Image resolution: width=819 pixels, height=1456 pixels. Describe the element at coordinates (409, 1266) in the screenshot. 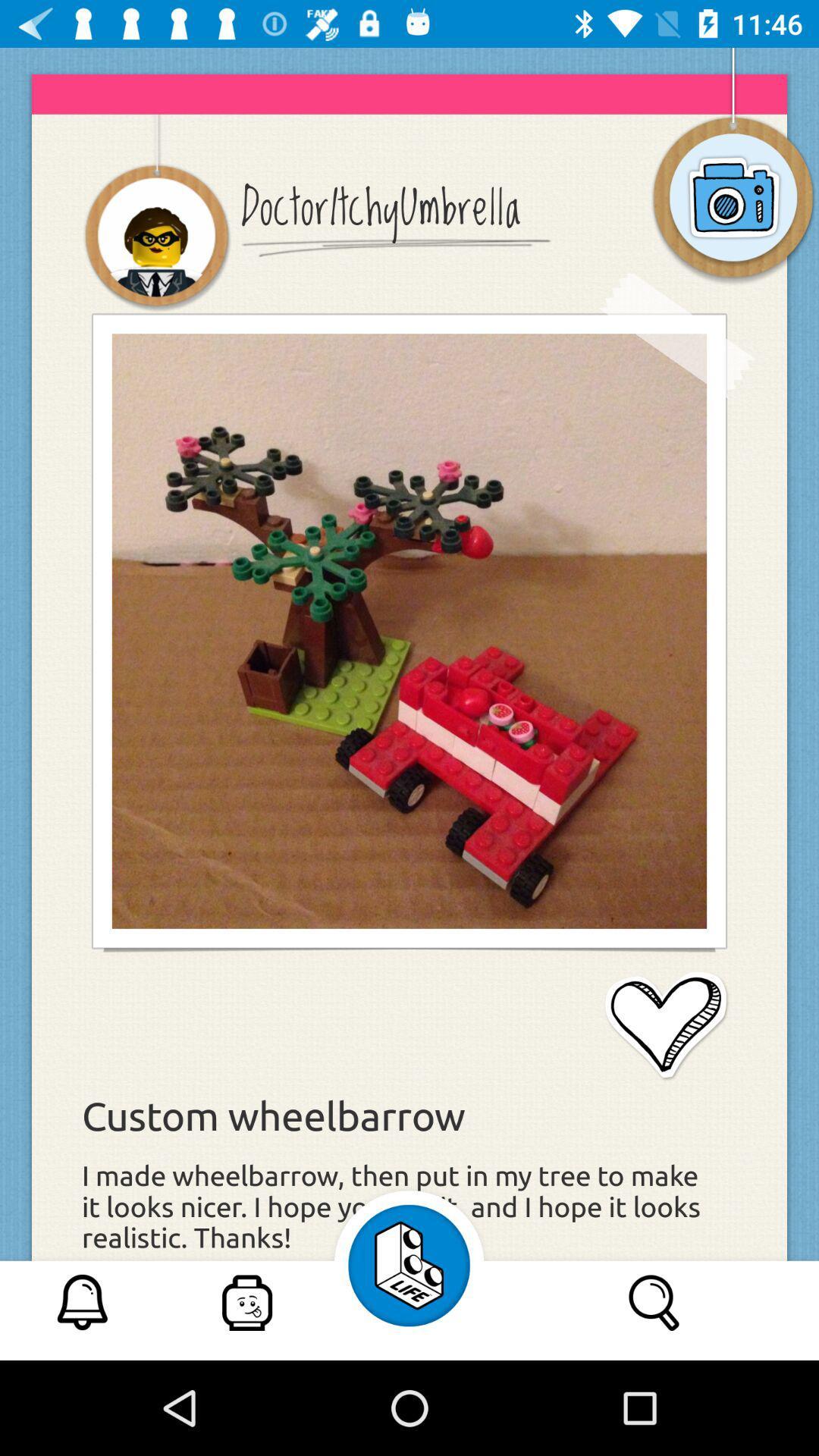

I see `the icon left to search icon` at that location.